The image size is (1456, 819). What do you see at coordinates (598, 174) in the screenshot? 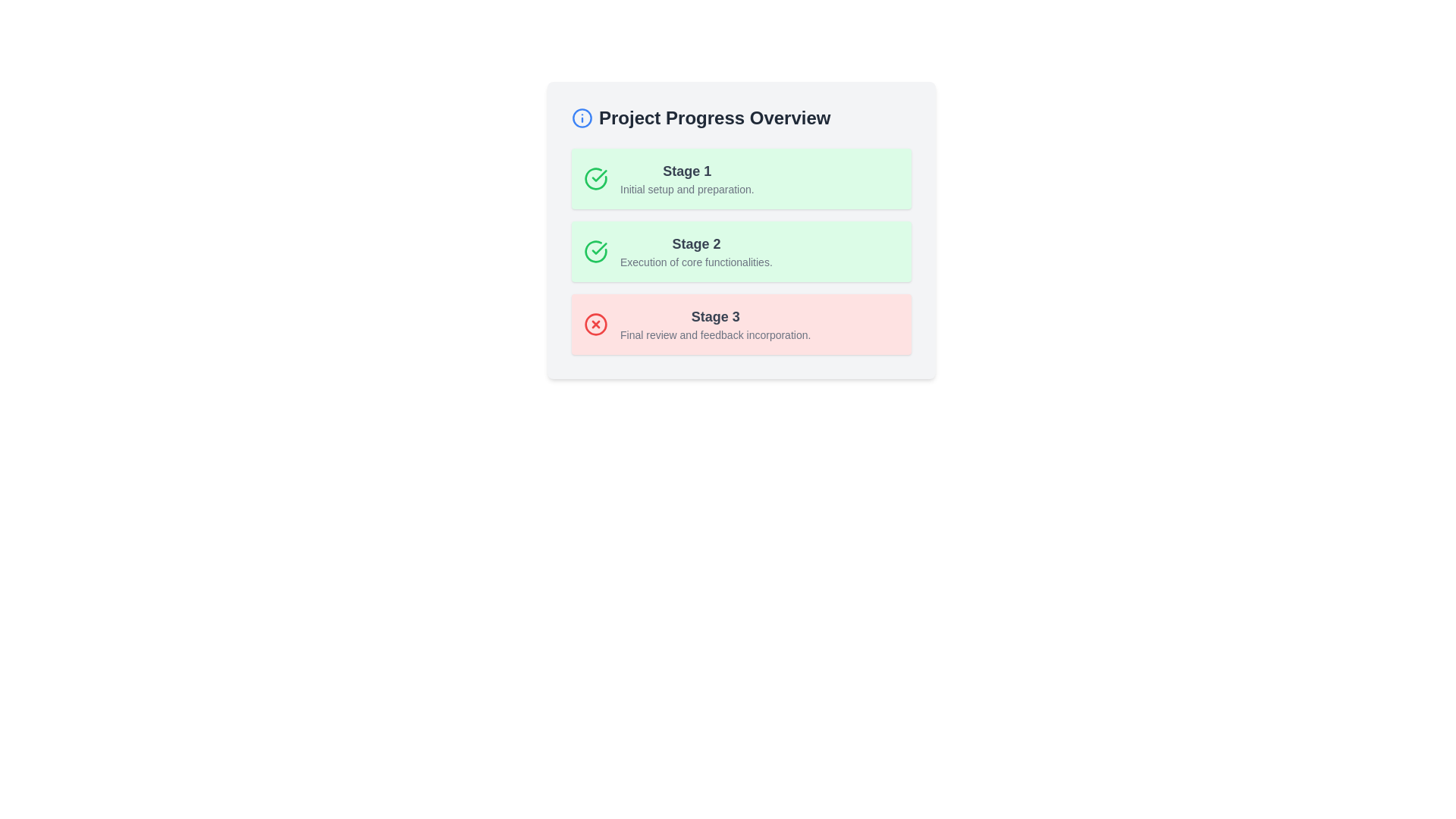
I see `the success indicator SVG graphic located in the second row of the progress indicator panel, near the text 'Stage 2: Execution of core functionalities.'` at bounding box center [598, 174].